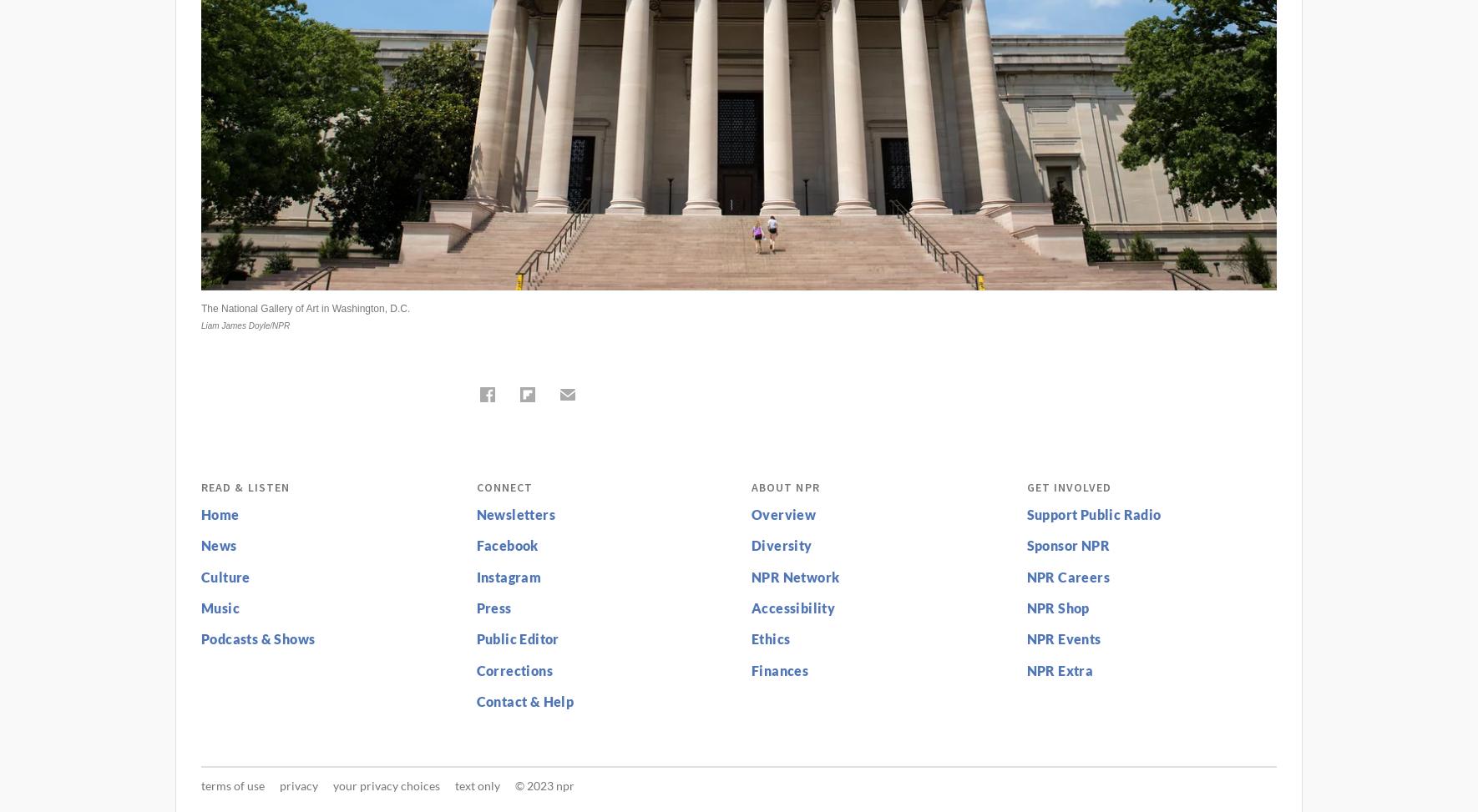 Image resolution: width=1478 pixels, height=812 pixels. Describe the element at coordinates (478, 784) in the screenshot. I see `'Text Only'` at that location.